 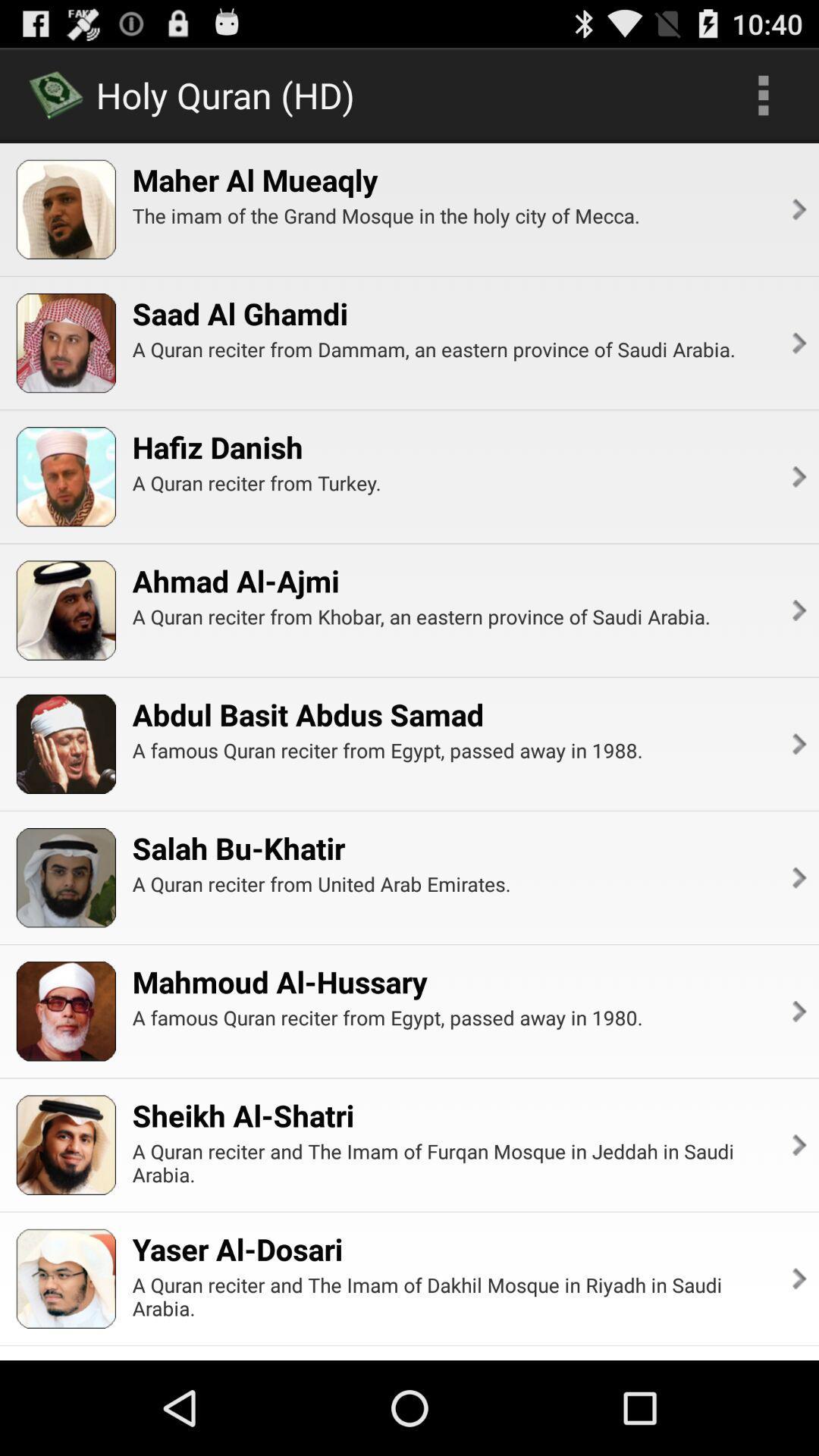 What do you see at coordinates (307, 714) in the screenshot?
I see `the icon below a quran reciter app` at bounding box center [307, 714].